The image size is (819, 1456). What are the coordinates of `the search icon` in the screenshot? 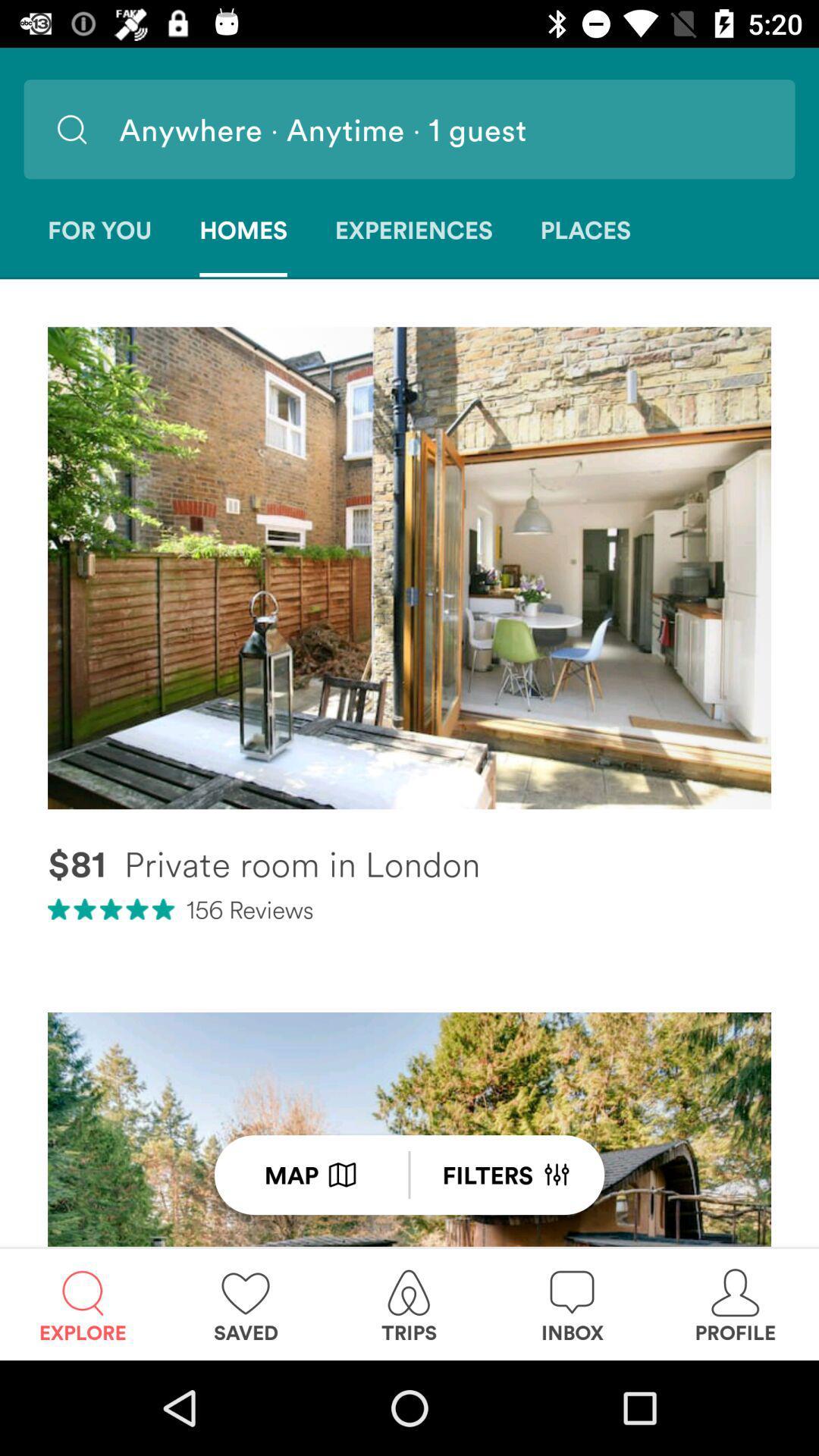 It's located at (71, 129).